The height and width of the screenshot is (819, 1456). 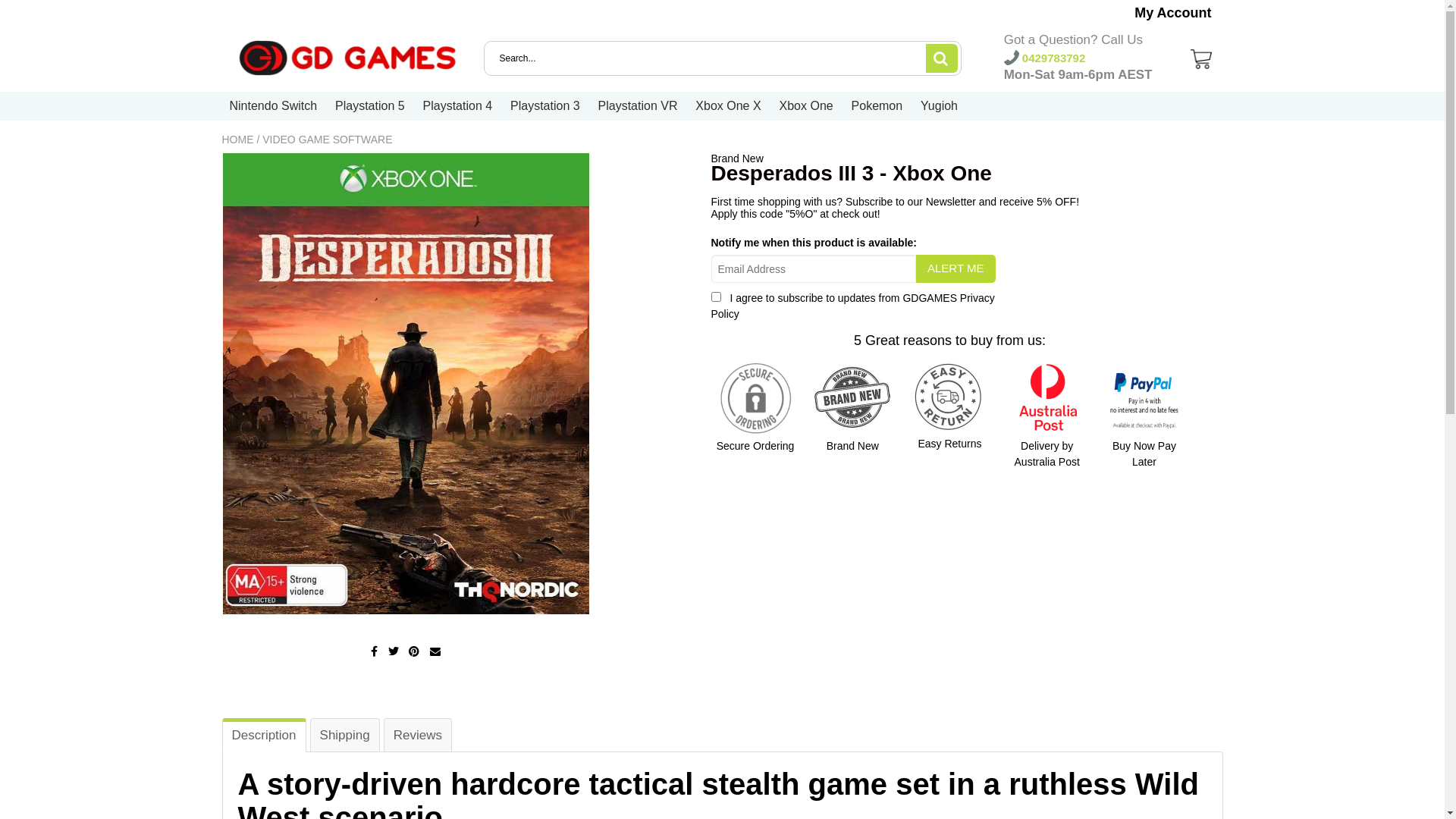 I want to click on 'Description', so click(x=263, y=734).